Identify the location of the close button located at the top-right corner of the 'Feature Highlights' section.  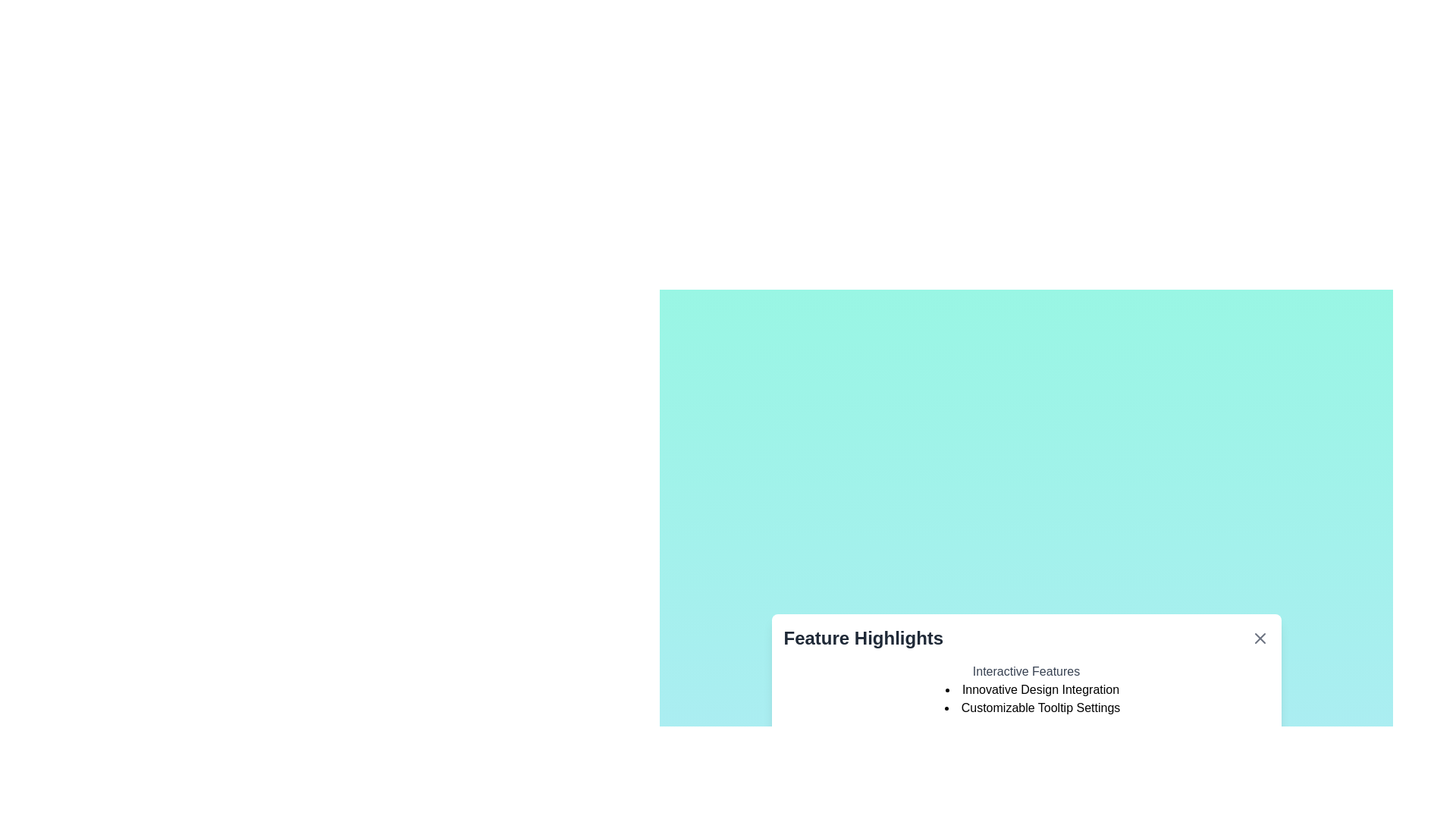
(1260, 638).